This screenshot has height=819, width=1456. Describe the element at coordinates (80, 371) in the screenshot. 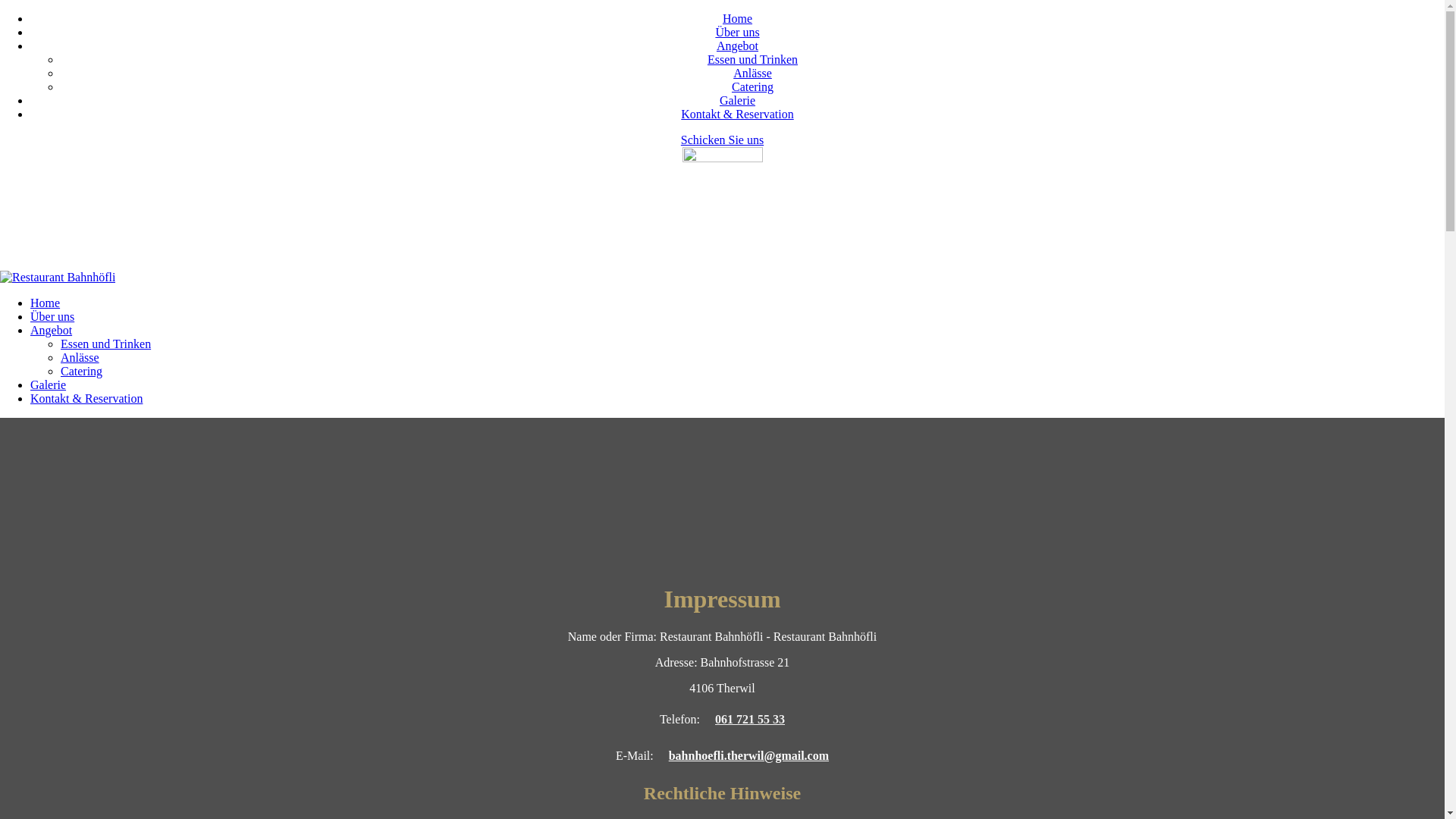

I see `'Catering'` at that location.